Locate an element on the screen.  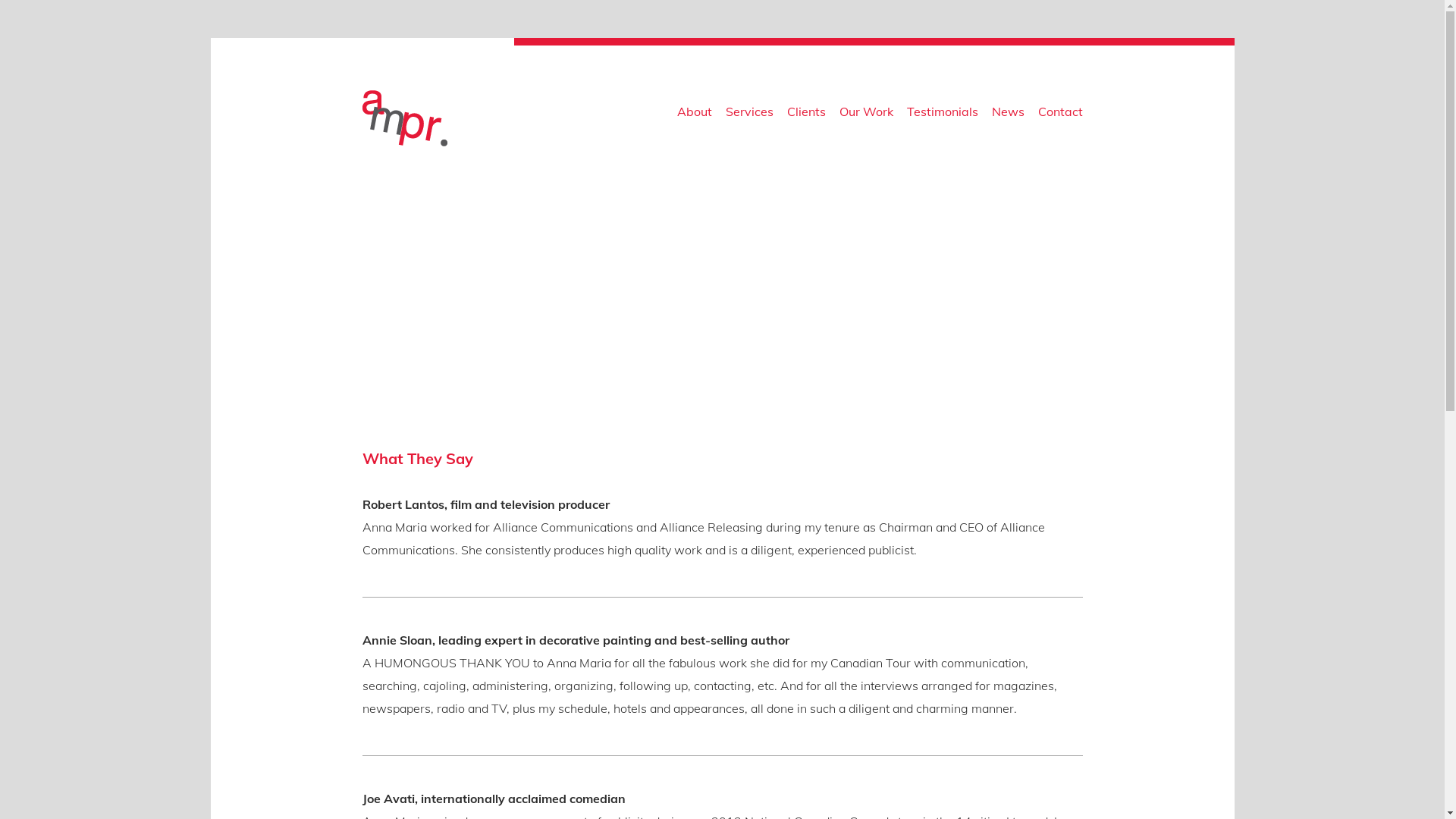
'Our Work' is located at coordinates (865, 114).